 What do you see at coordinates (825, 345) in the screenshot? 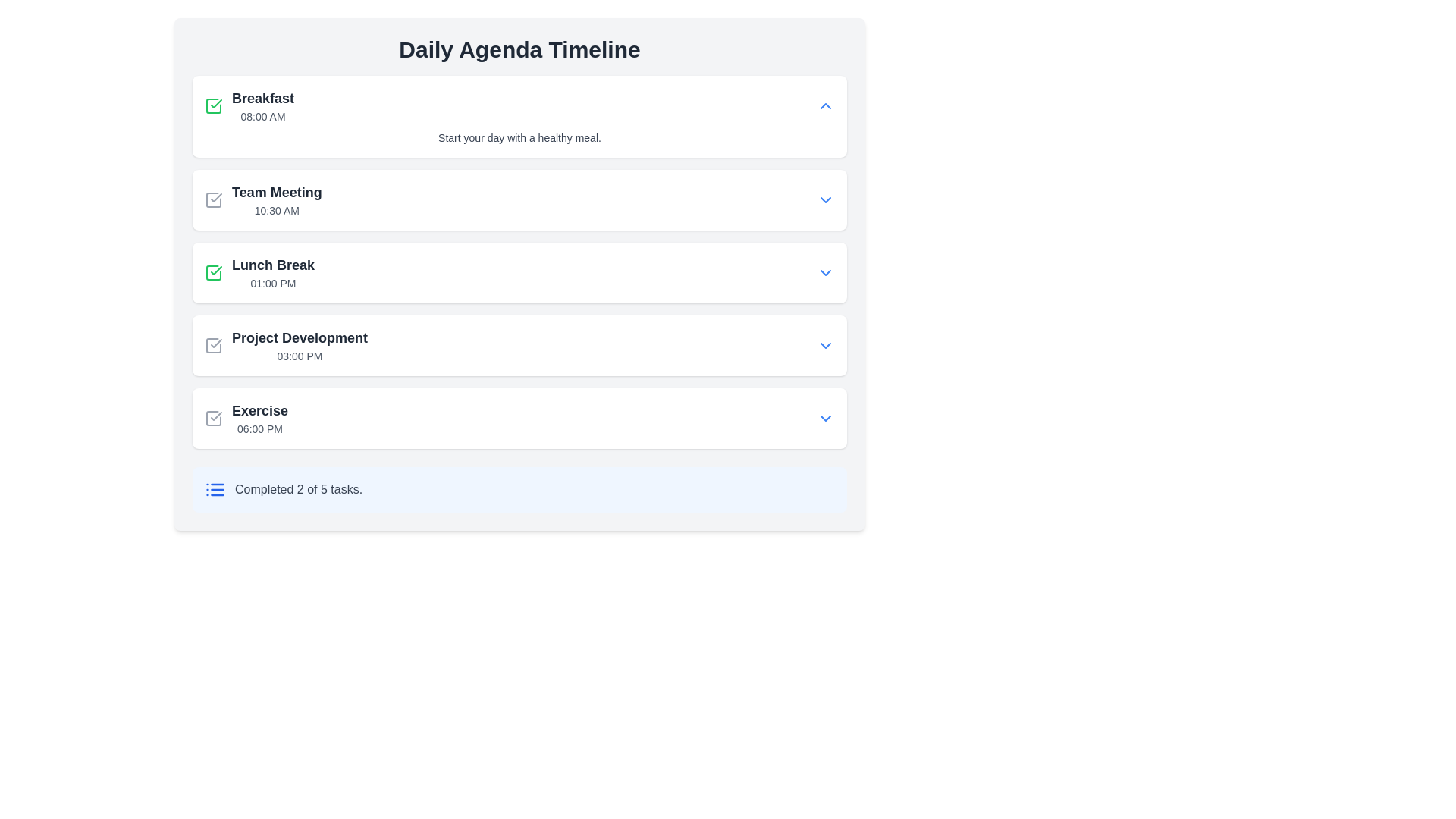
I see `the blue downward-pointing chevron icon at the far right of the 'Project Development' task row in the 'Daily Agenda Timeline' for visual feedback` at bounding box center [825, 345].